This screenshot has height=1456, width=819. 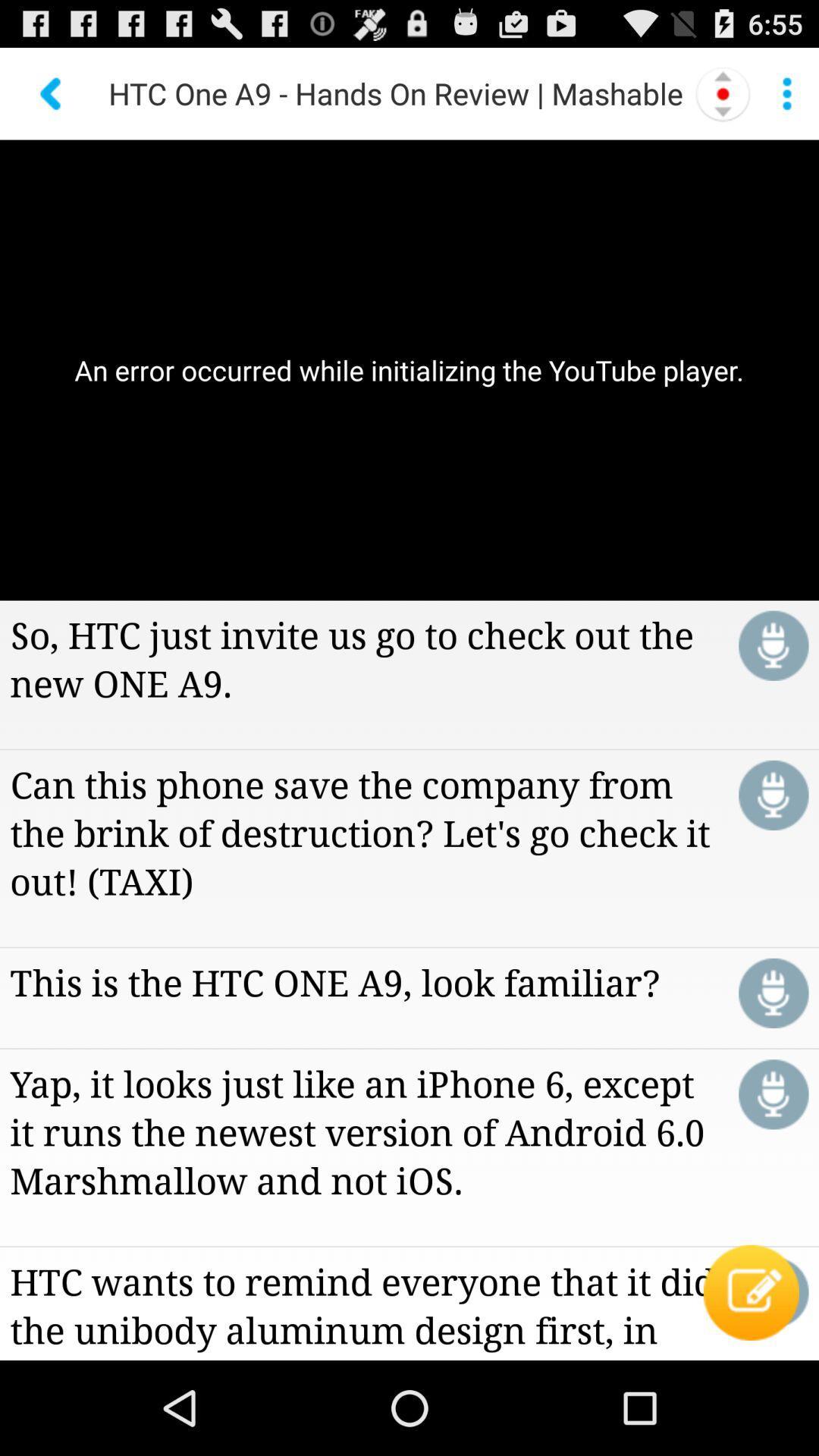 What do you see at coordinates (52, 99) in the screenshot?
I see `the arrow_backward icon` at bounding box center [52, 99].